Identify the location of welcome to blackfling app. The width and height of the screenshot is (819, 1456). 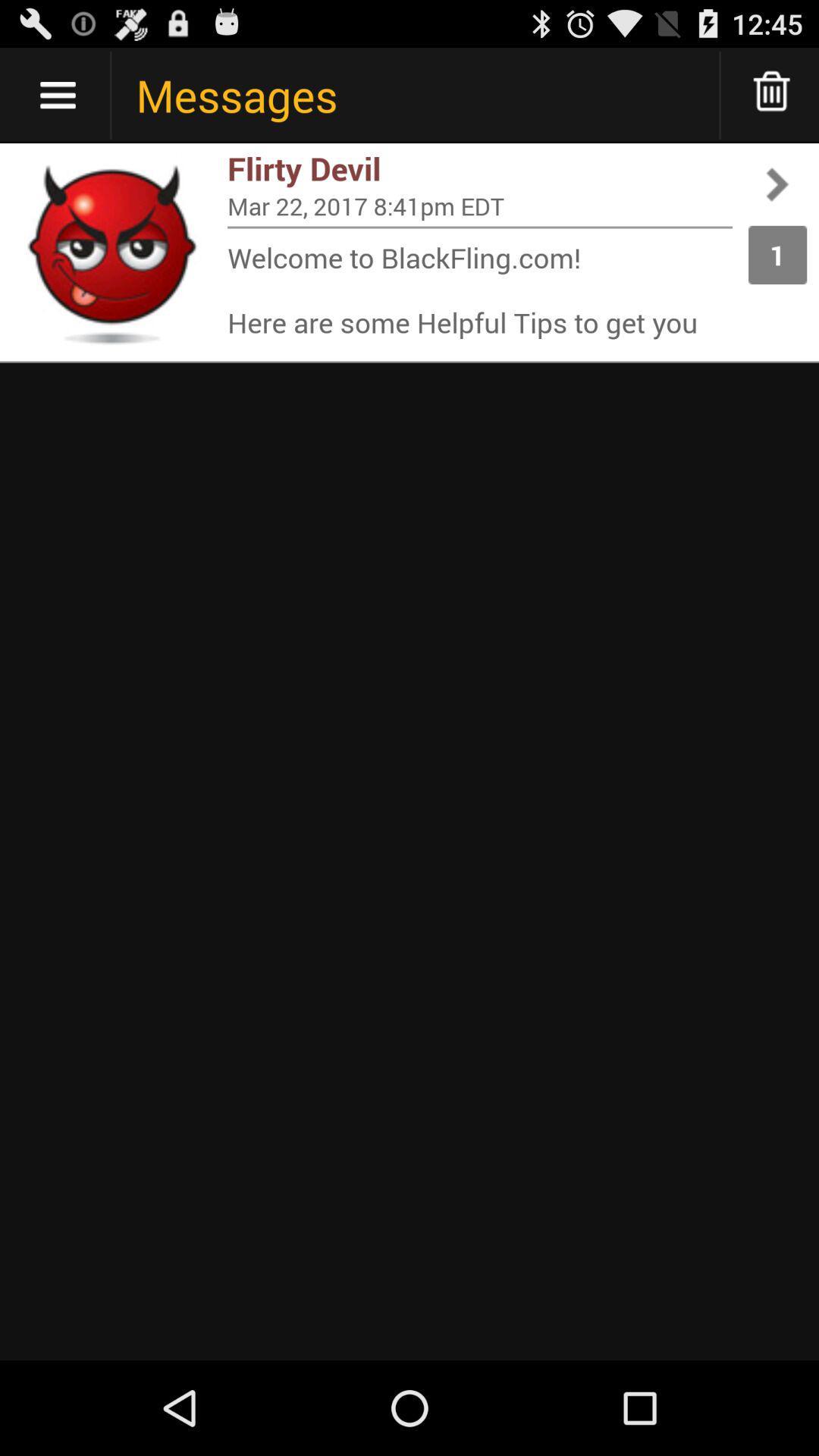
(479, 289).